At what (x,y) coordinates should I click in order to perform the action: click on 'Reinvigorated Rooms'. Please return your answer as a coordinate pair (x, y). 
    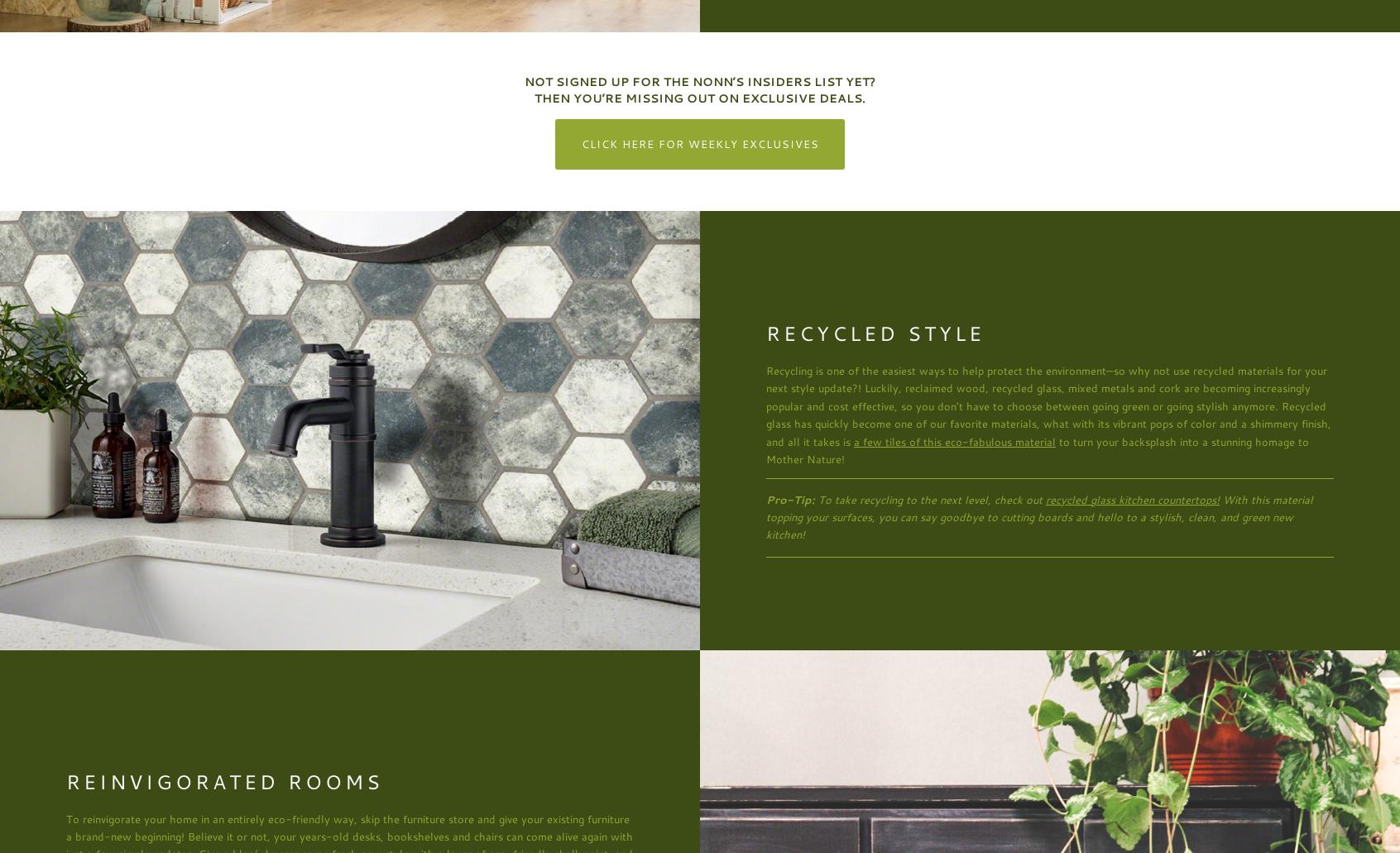
    Looking at the image, I should click on (224, 779).